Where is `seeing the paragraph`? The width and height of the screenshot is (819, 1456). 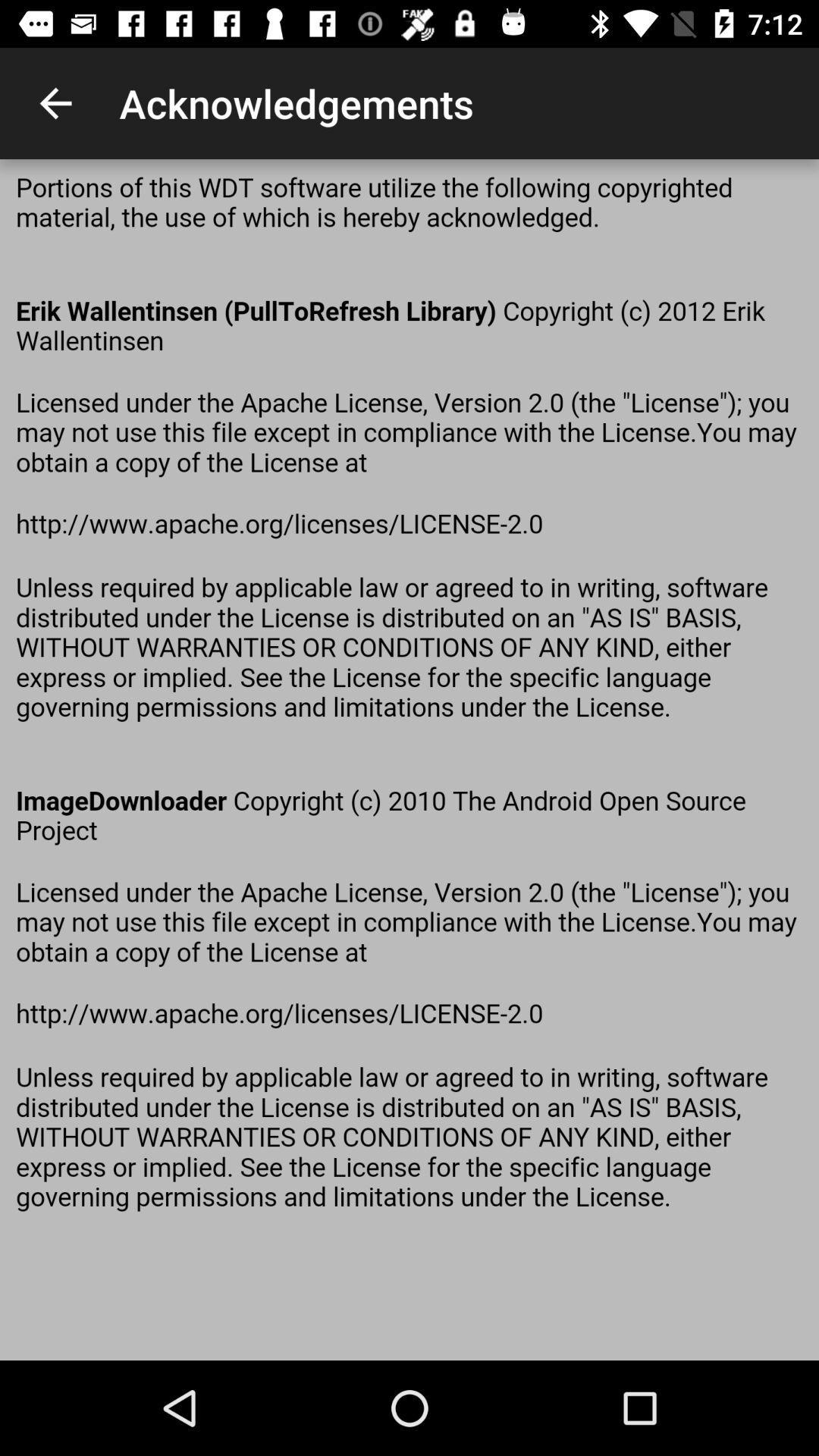 seeing the paragraph is located at coordinates (409, 760).